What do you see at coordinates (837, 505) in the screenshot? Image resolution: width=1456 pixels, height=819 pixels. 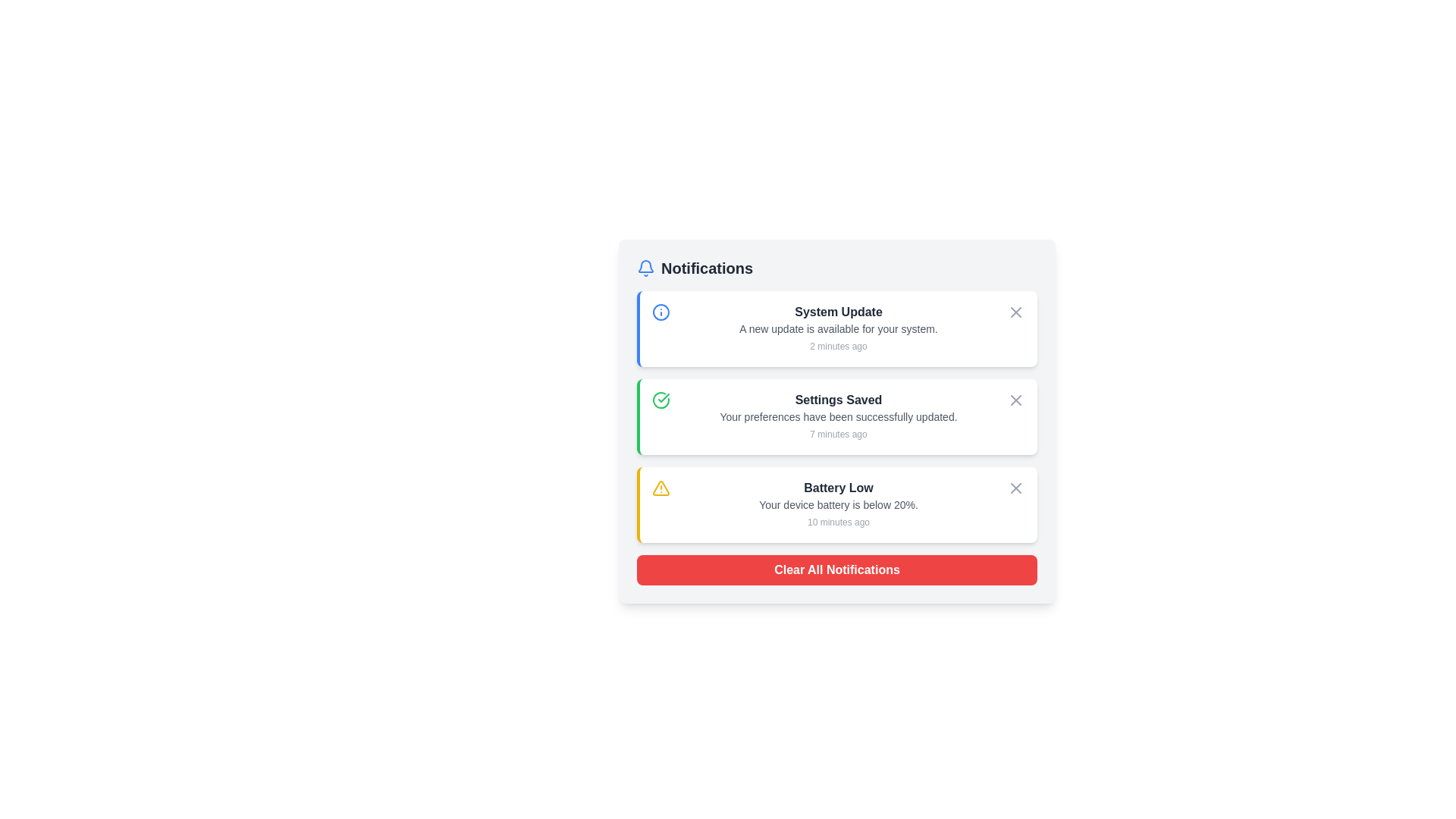 I see `notification text stating "Your device battery is below 20%" which is located below the bold title "Battery Low" in the notification panel` at bounding box center [837, 505].